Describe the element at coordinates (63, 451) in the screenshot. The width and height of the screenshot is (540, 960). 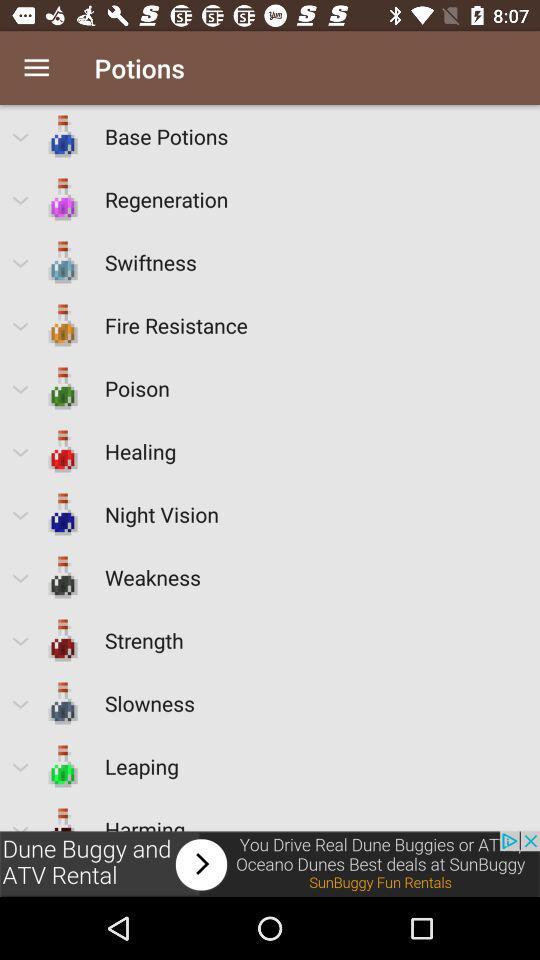
I see `the image to the left of healing text` at that location.